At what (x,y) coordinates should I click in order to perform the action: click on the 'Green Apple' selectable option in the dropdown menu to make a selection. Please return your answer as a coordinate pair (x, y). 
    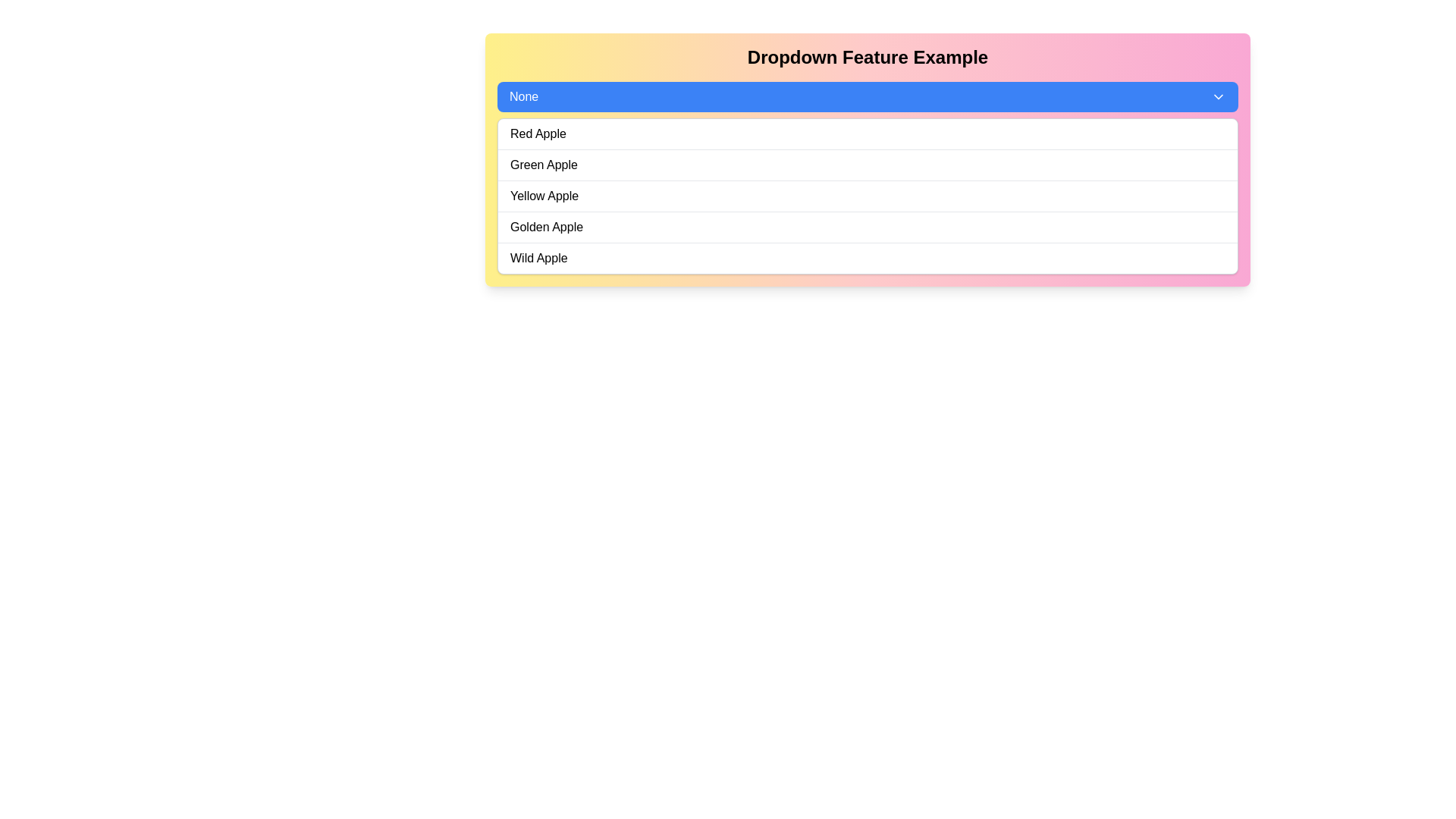
    Looking at the image, I should click on (868, 165).